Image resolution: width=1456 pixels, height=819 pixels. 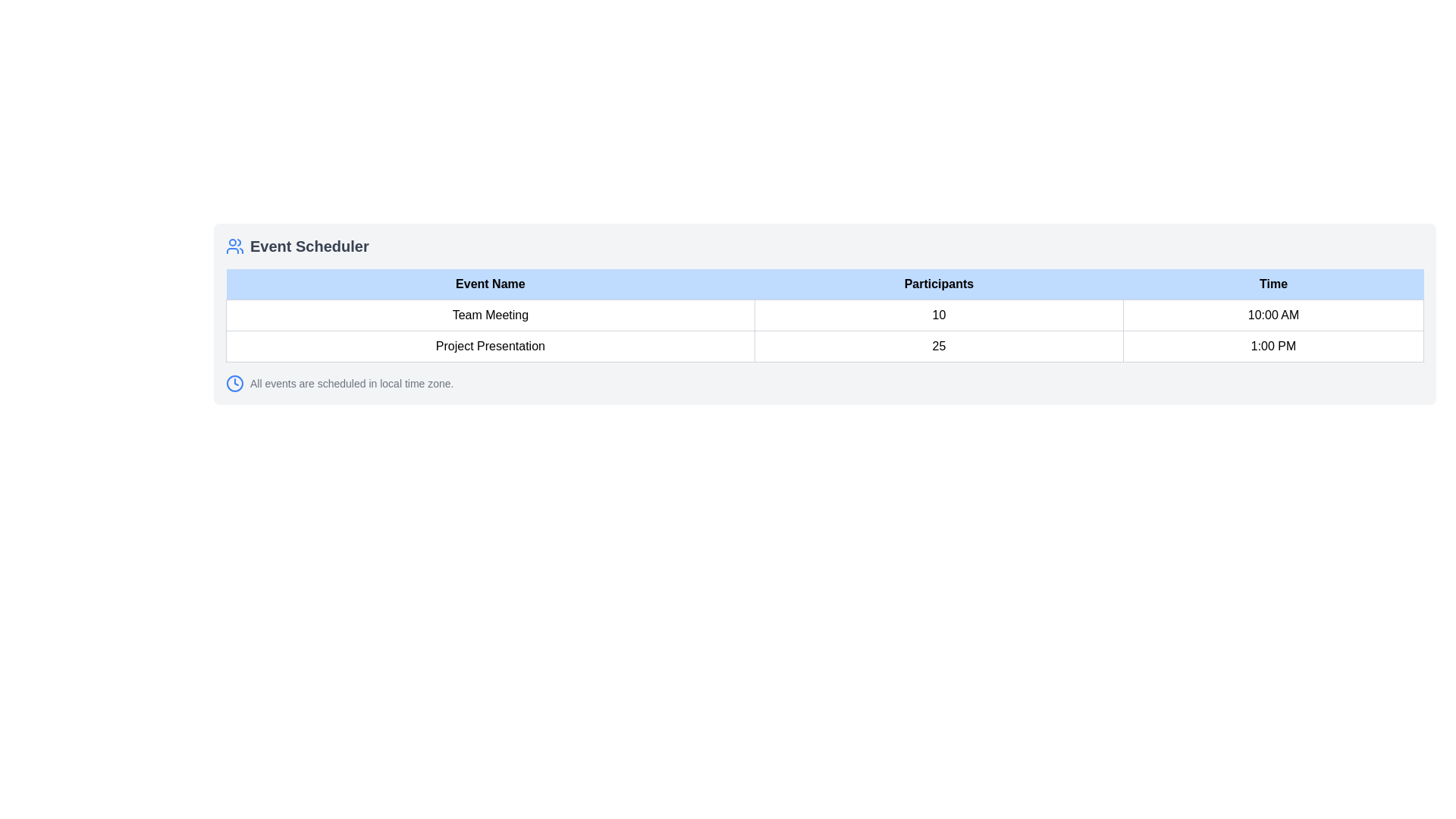 I want to click on the Table Header Cell labeled 'Participants' which is styled with center alignment and padding, located within a blue rectangular background at the top of the tabular interface, so click(x=938, y=284).